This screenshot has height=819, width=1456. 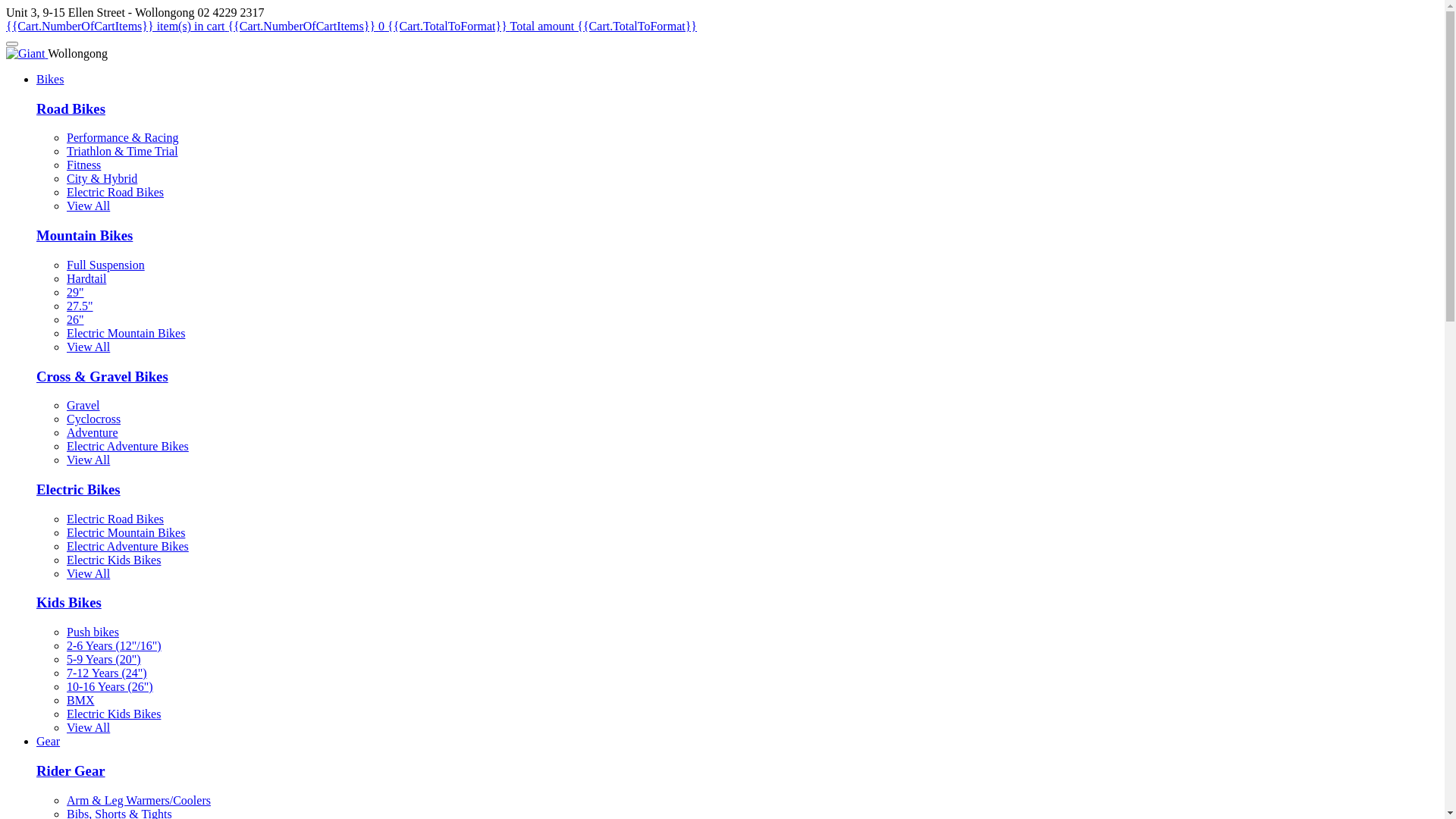 What do you see at coordinates (68, 601) in the screenshot?
I see `'Kids Bikes'` at bounding box center [68, 601].